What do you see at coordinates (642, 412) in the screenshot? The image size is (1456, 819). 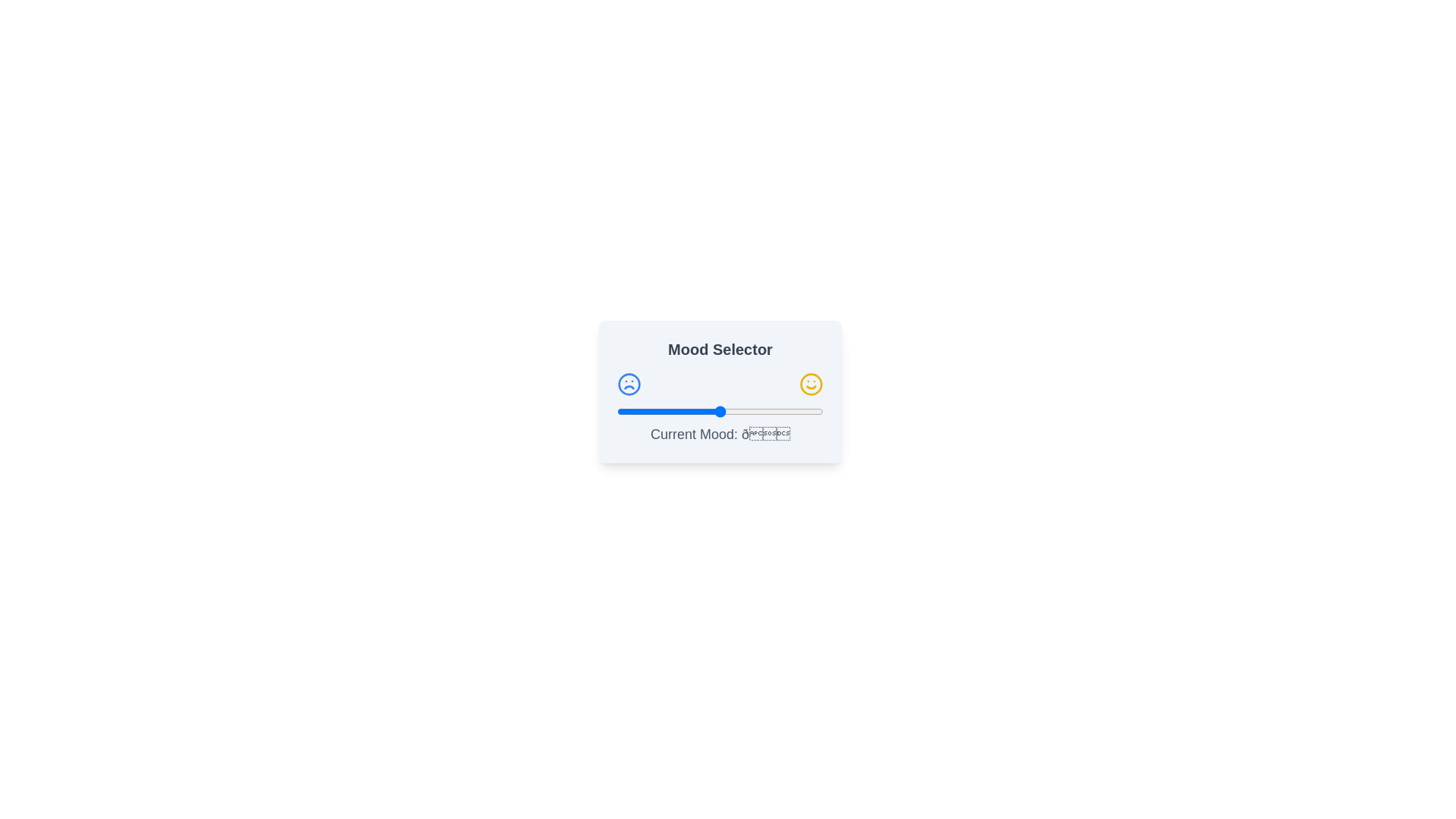 I see `the slider to set the mood value to 12` at bounding box center [642, 412].